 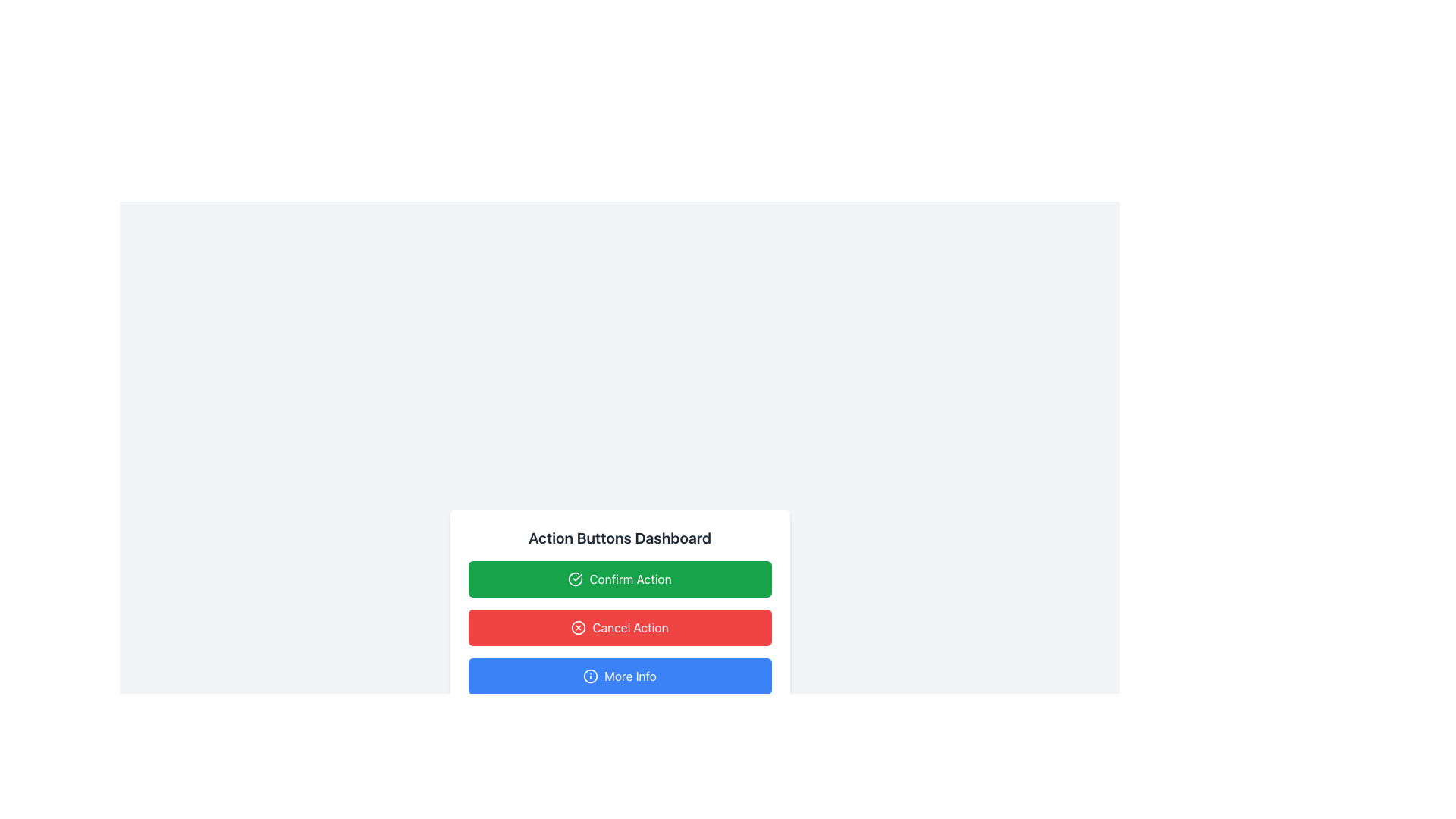 I want to click on the 'Confirm Action' text label, which is displayed in white on a green button located under the 'Action Buttons Dashboard', so click(x=630, y=579).